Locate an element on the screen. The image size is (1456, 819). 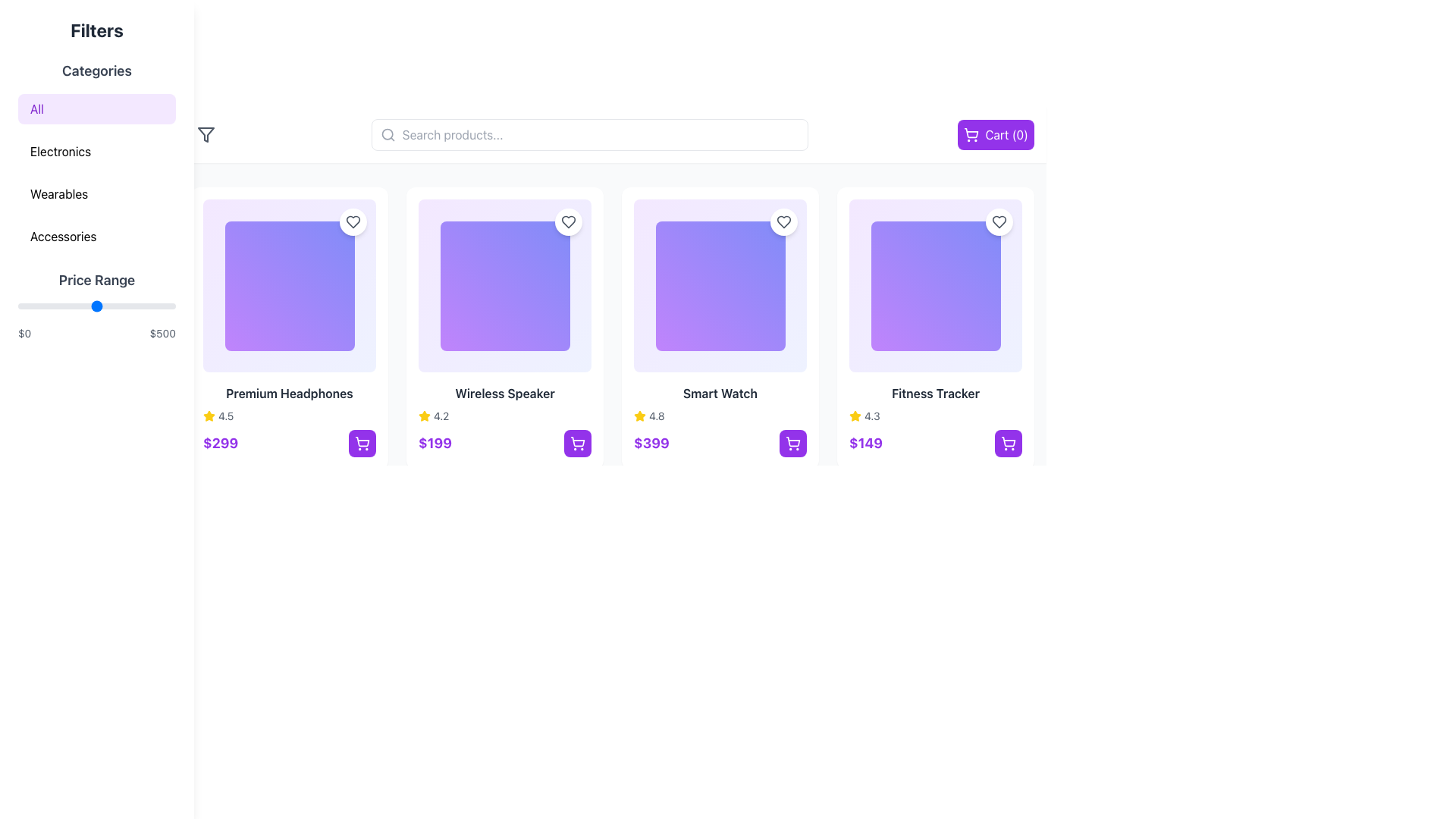
an option in the 'Categories' vertical list located in the left sidebar is located at coordinates (96, 155).